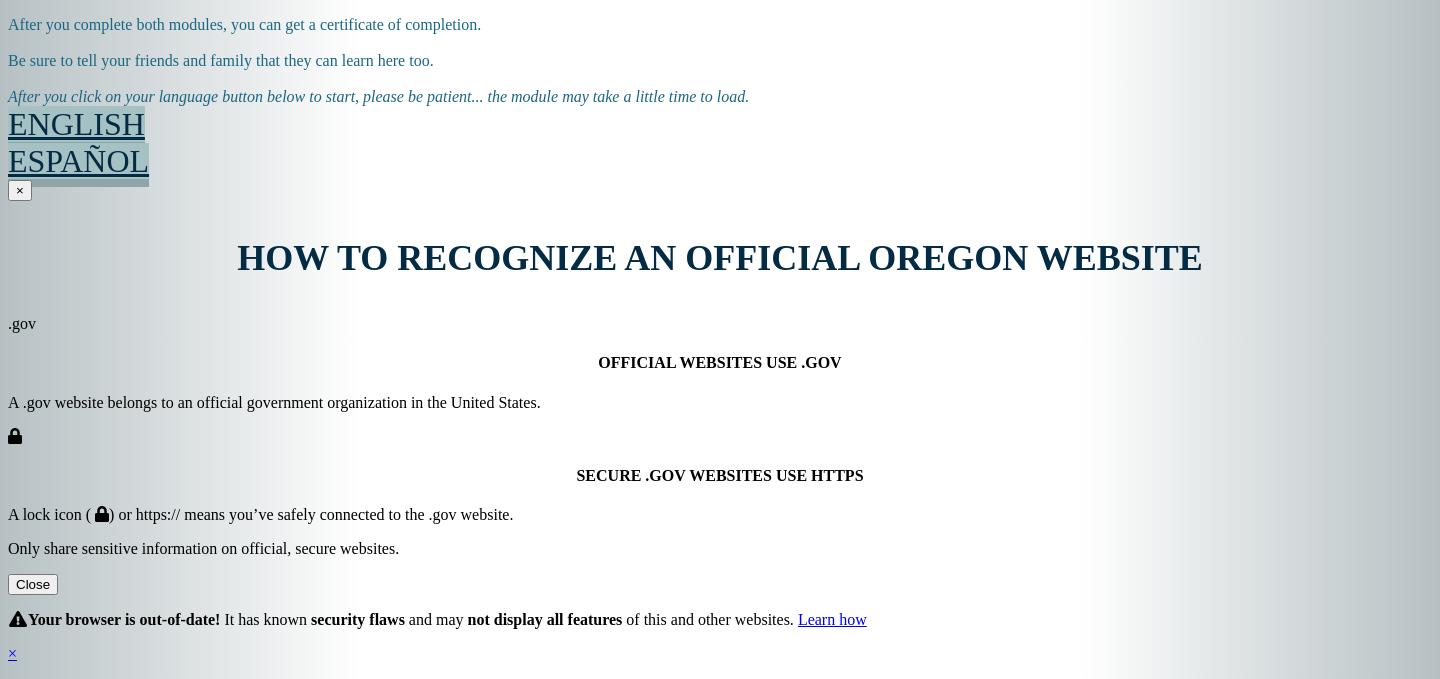 This screenshot has height=679, width=1440. What do you see at coordinates (50, 513) in the screenshot?
I see `'A lock icon ('` at bounding box center [50, 513].